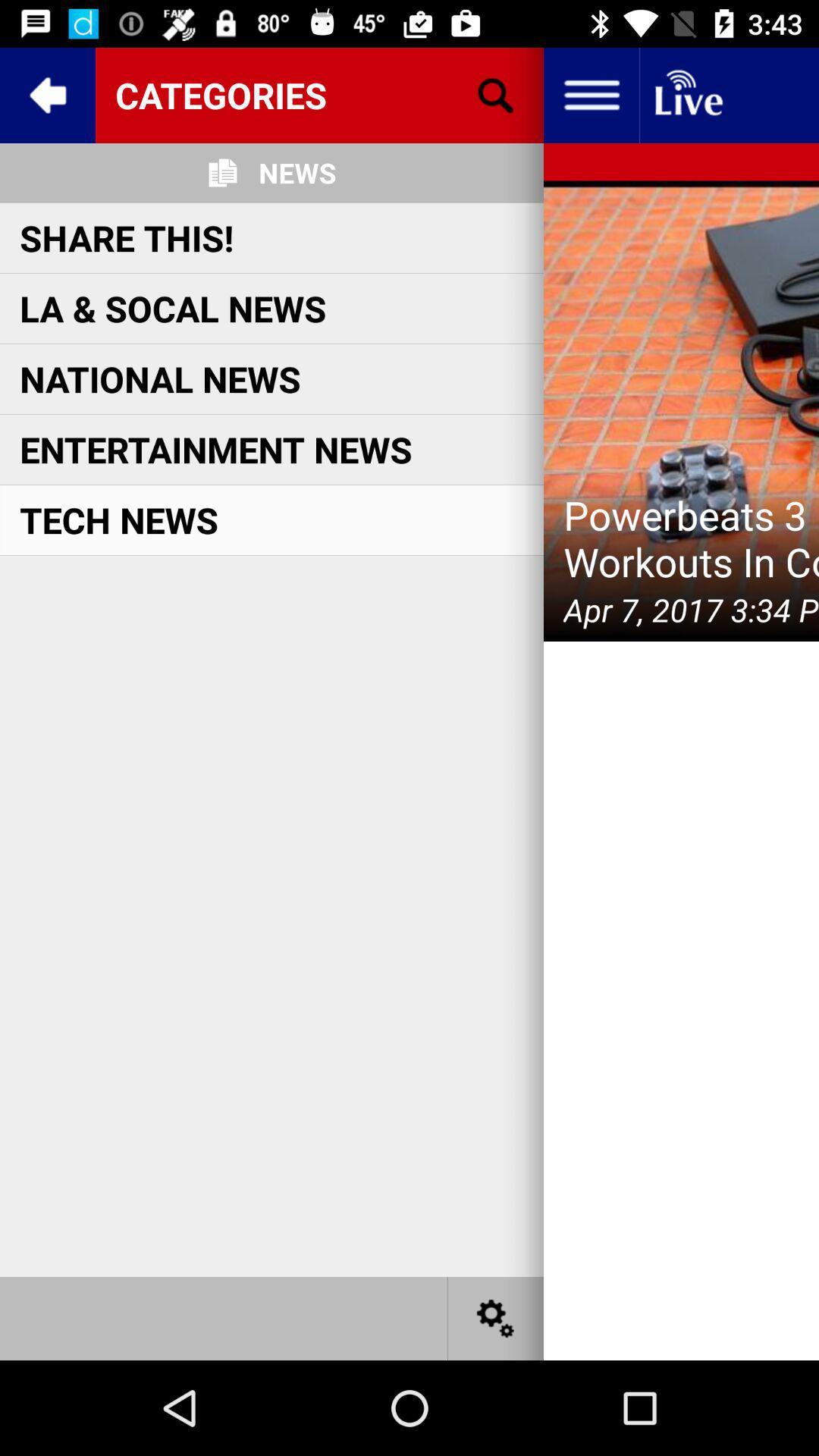 The image size is (819, 1456). Describe the element at coordinates (687, 94) in the screenshot. I see `he can activate the simple voice command` at that location.